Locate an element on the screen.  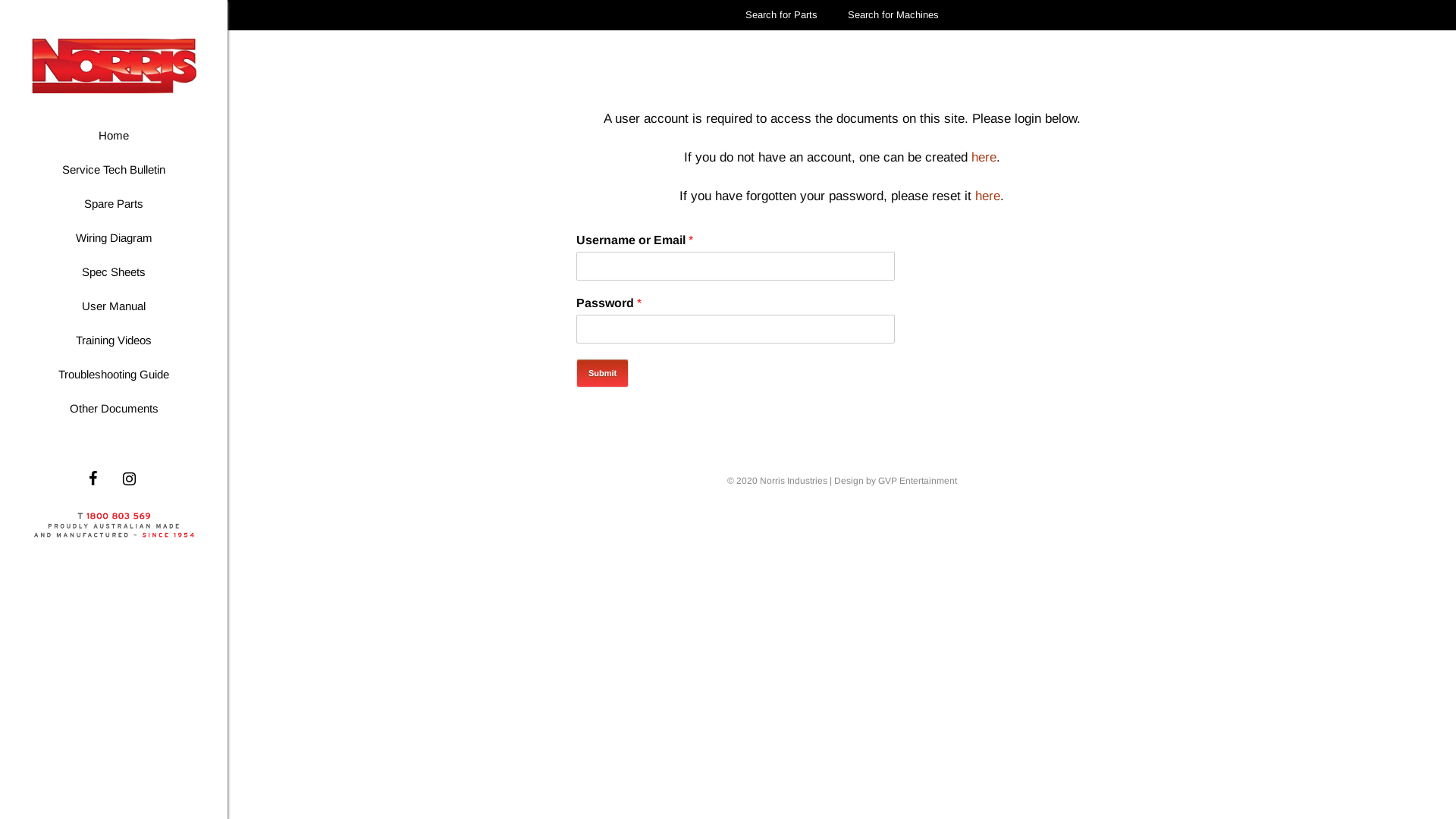
'Facebook' is located at coordinates (76, 479).